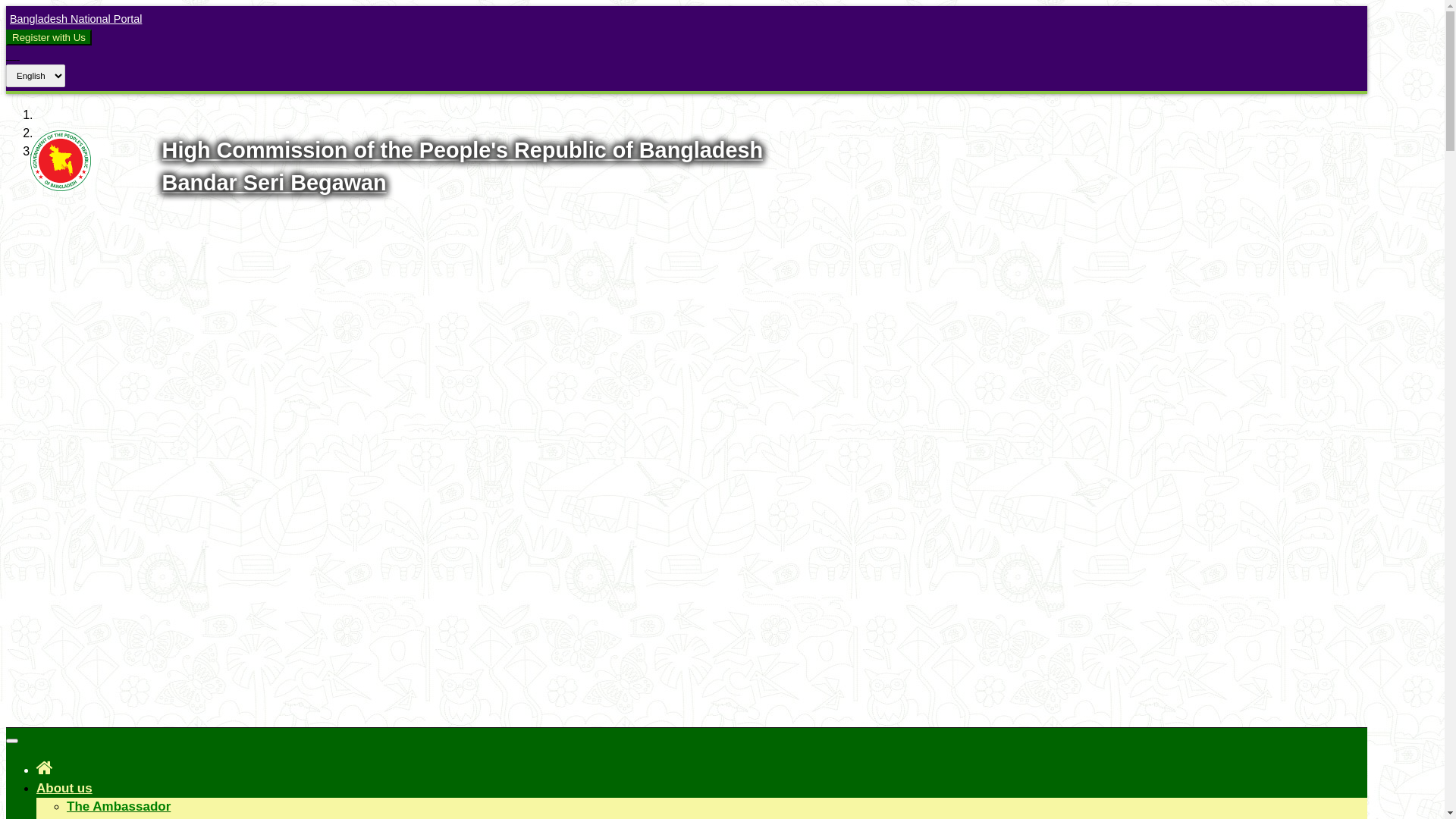 This screenshot has height=819, width=1456. What do you see at coordinates (44, 767) in the screenshot?
I see `'Home'` at bounding box center [44, 767].